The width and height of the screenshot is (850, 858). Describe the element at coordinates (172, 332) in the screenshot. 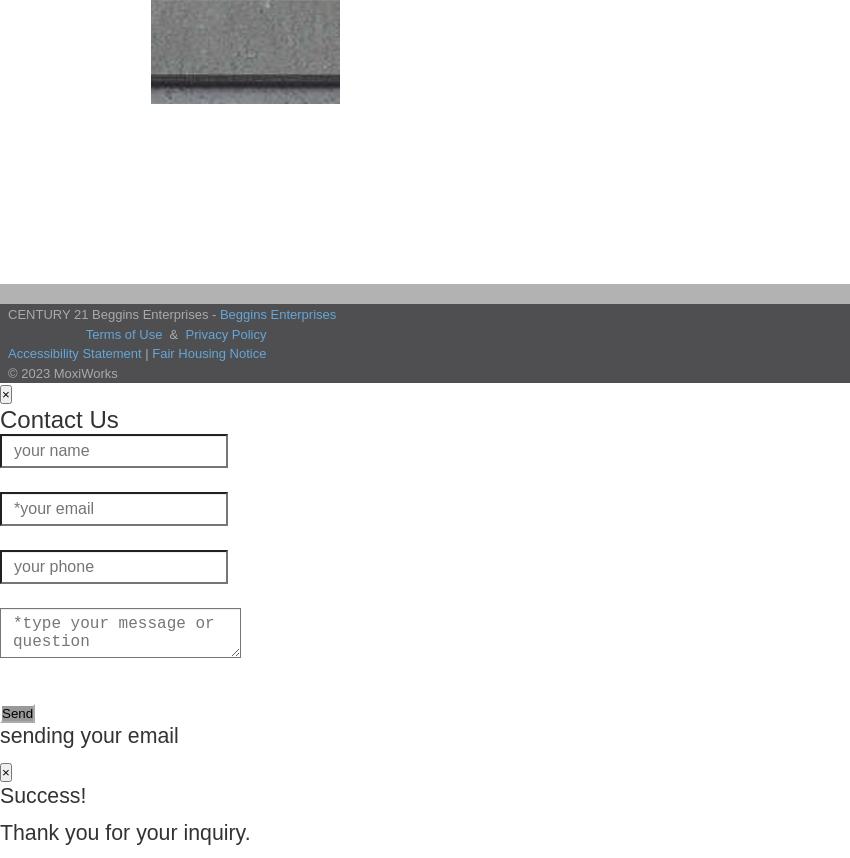

I see `'&'` at that location.